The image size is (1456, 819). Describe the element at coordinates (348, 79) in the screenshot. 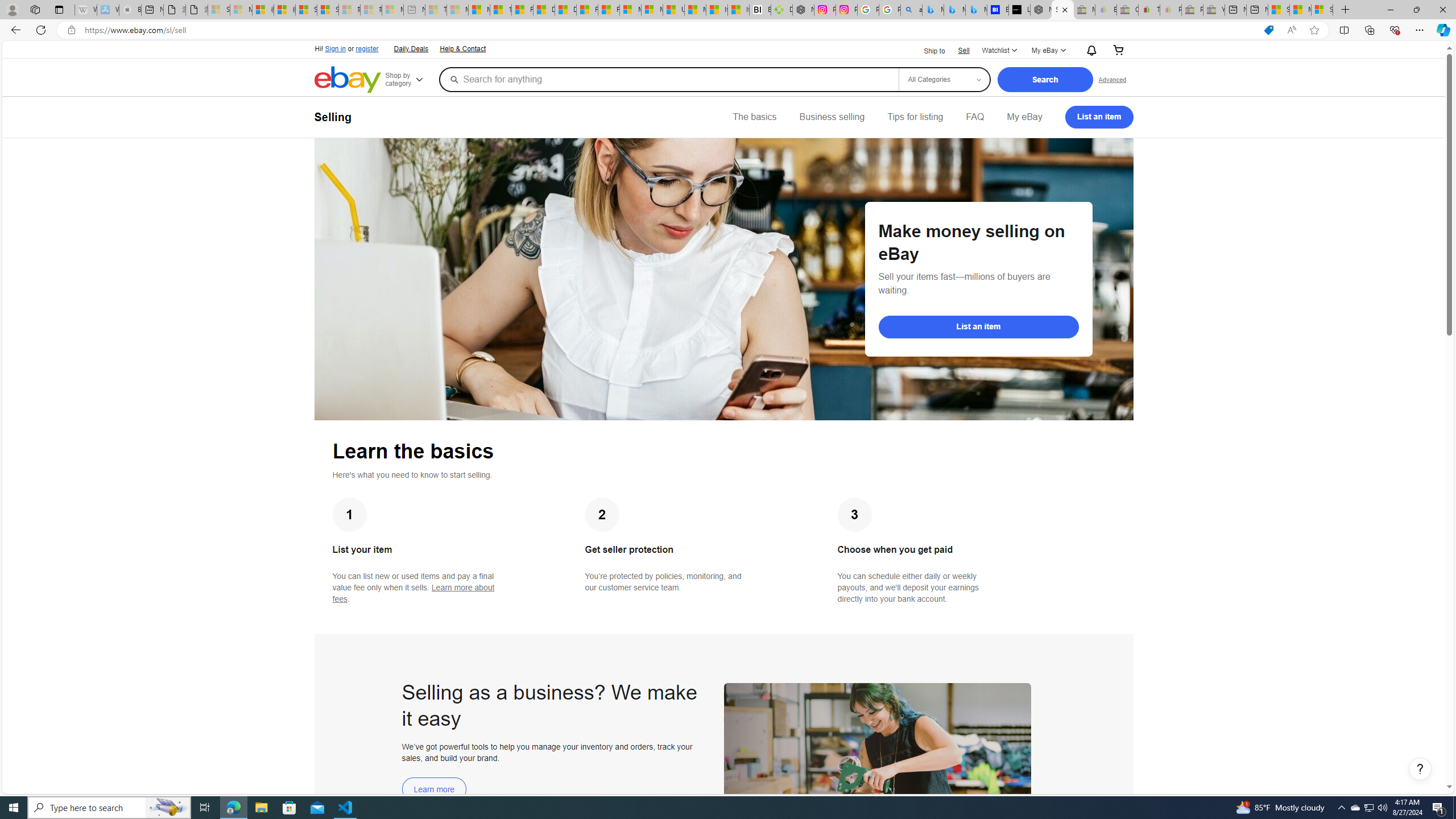

I see `'eBay Home'` at that location.